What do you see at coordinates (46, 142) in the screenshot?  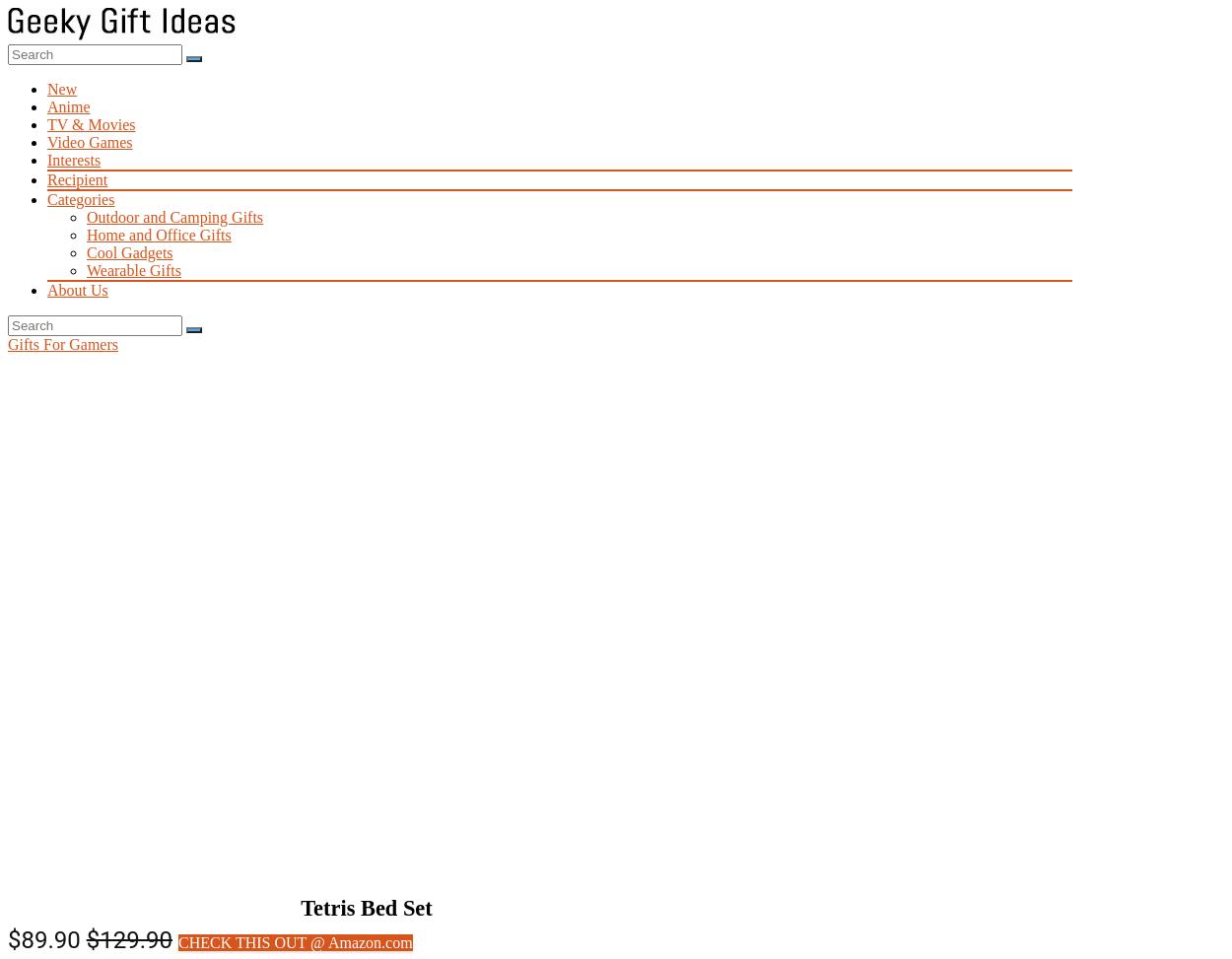 I see `'Video Games'` at bounding box center [46, 142].